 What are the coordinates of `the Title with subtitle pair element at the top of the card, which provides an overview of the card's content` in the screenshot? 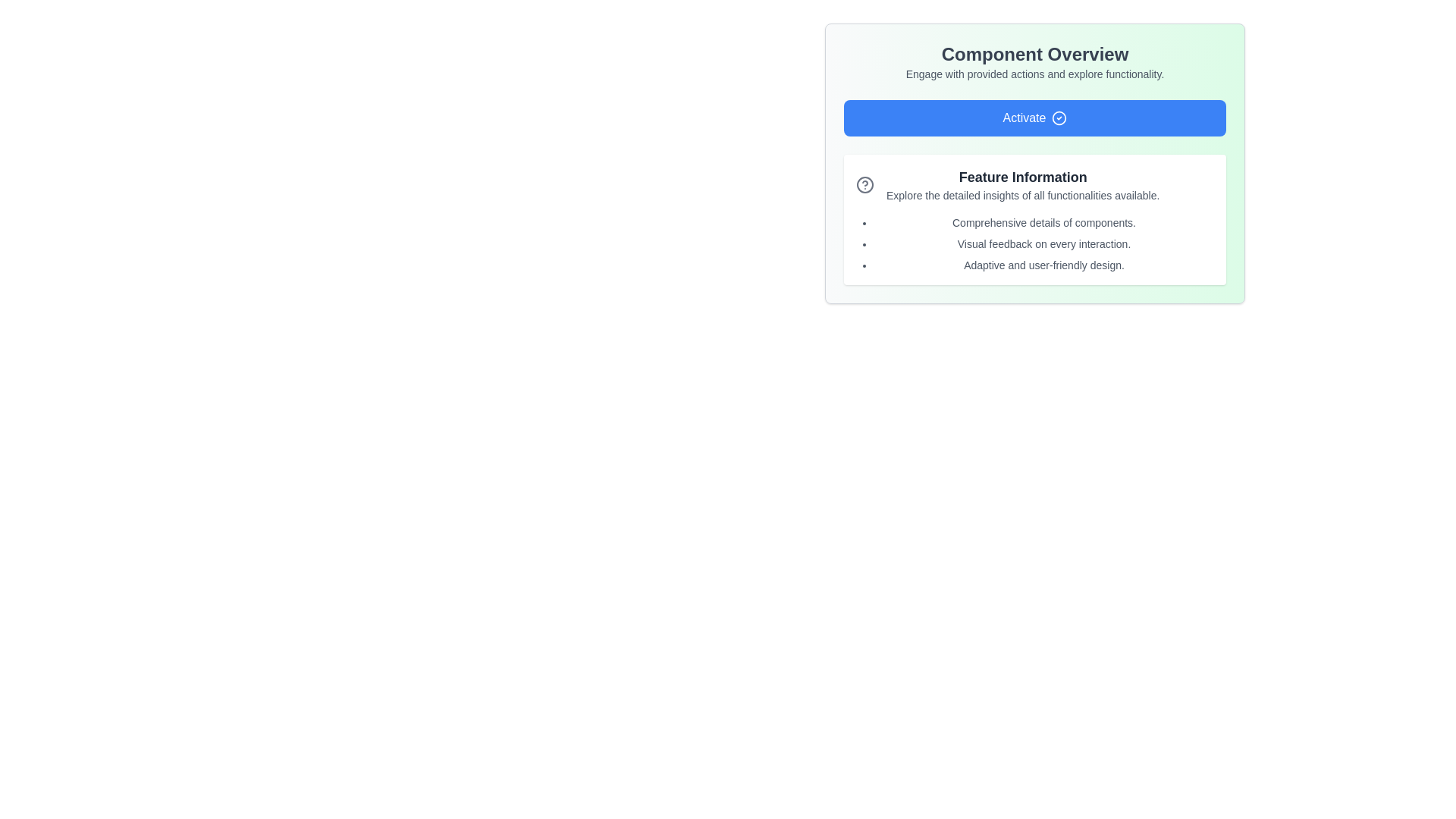 It's located at (1034, 61).